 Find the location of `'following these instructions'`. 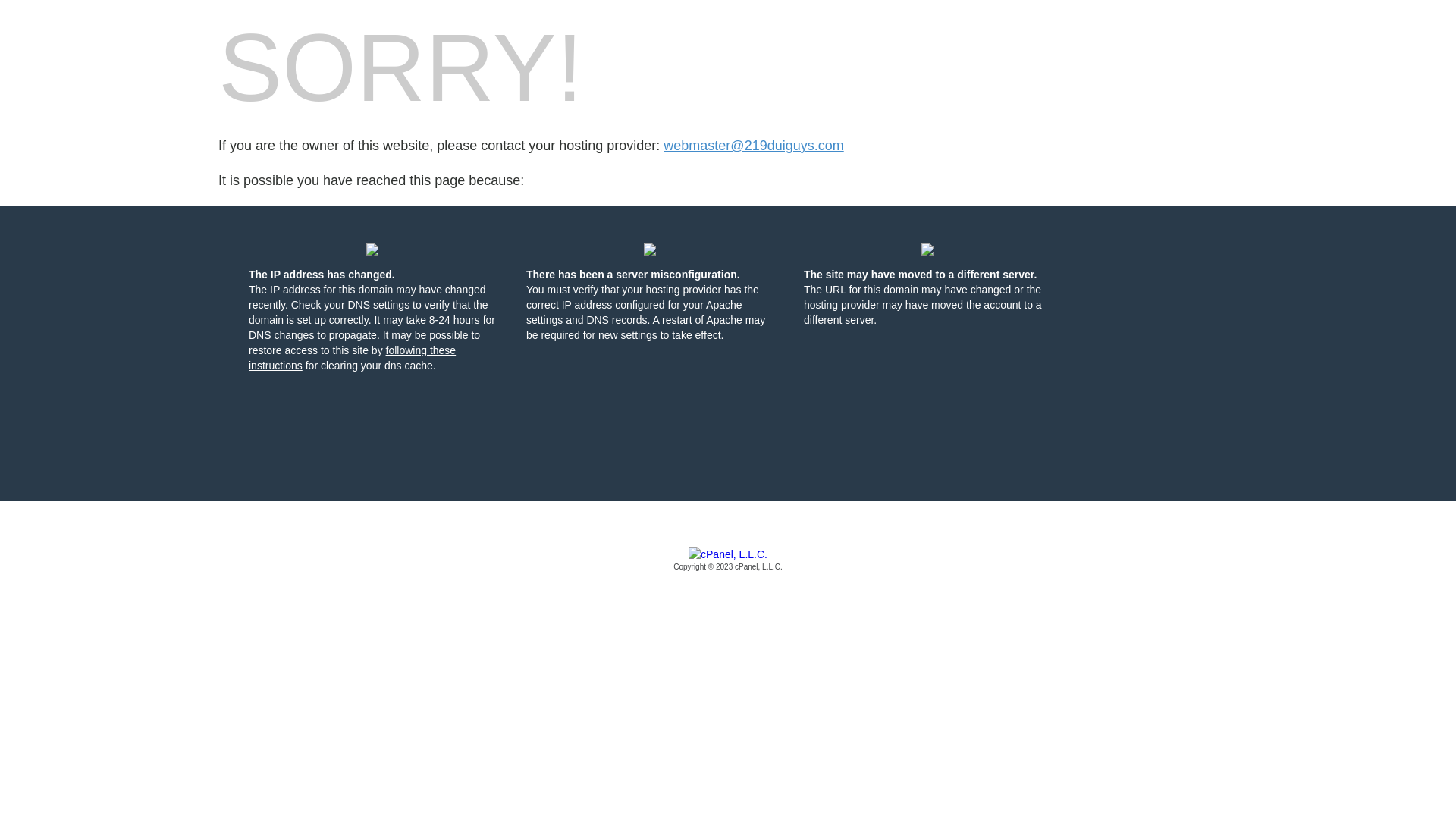

'following these instructions' is located at coordinates (351, 357).